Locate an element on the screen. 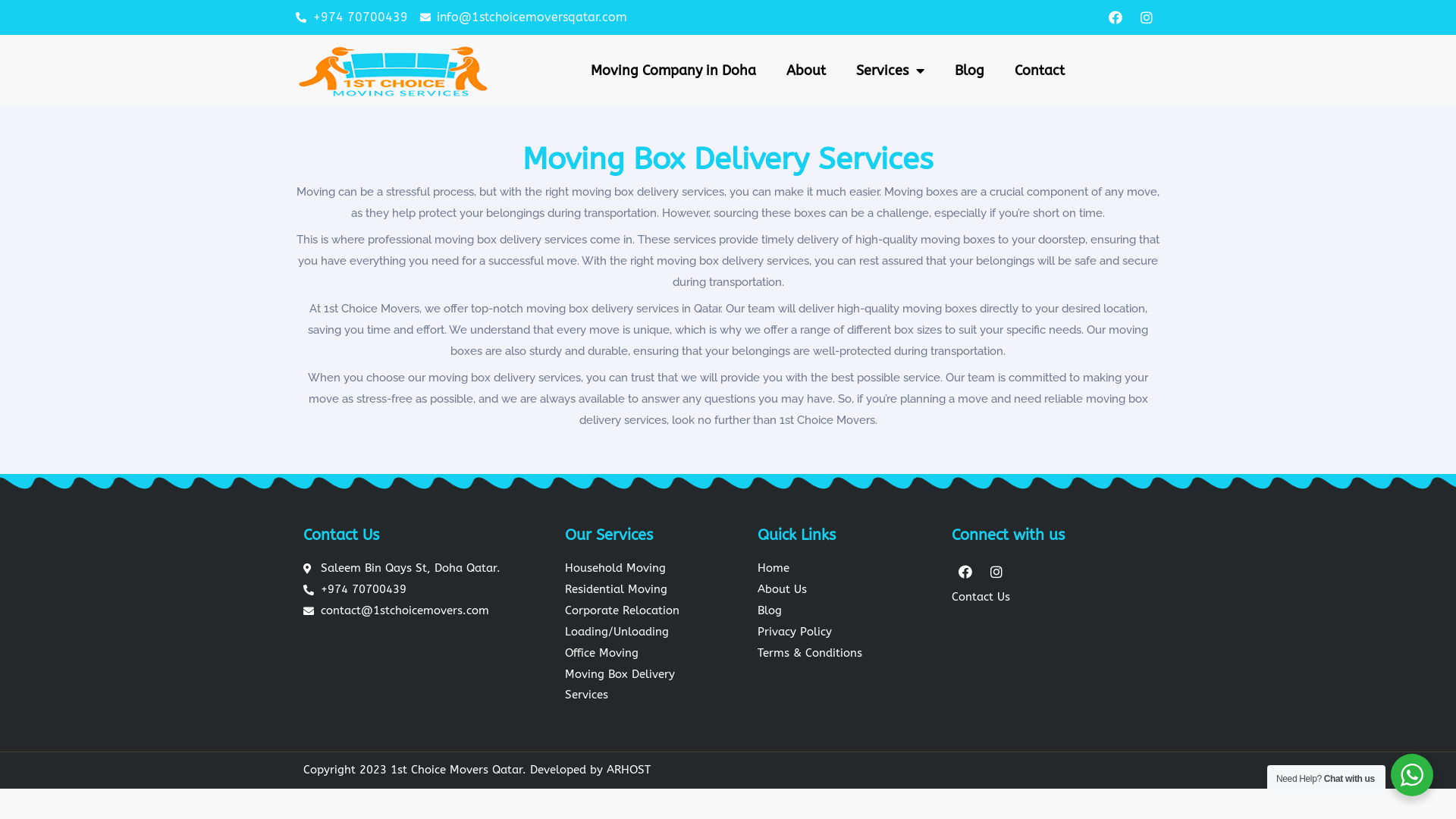 This screenshot has width=1456, height=819. 'Privacy Policy' is located at coordinates (846, 632).